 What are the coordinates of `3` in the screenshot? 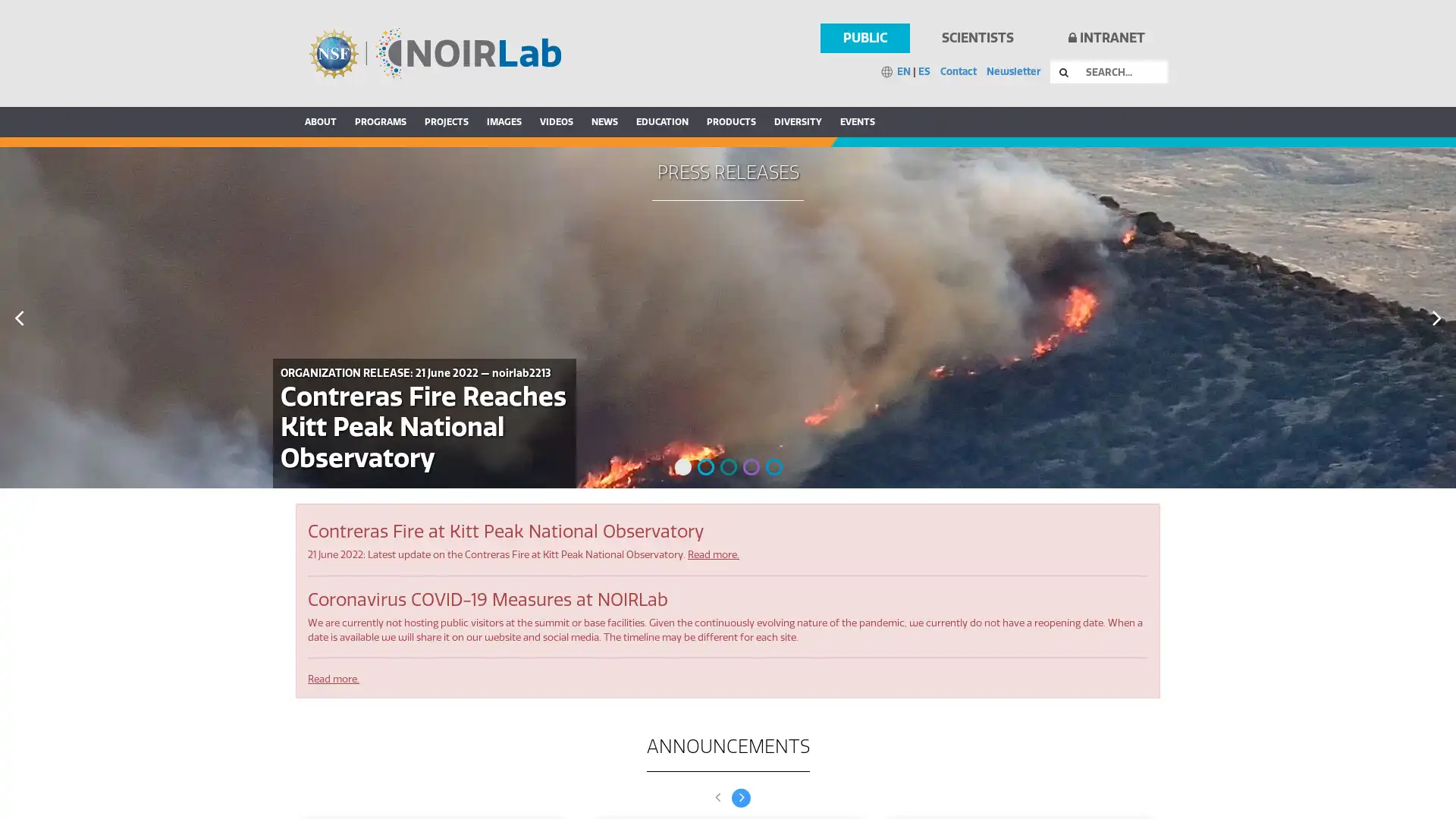 It's located at (728, 466).